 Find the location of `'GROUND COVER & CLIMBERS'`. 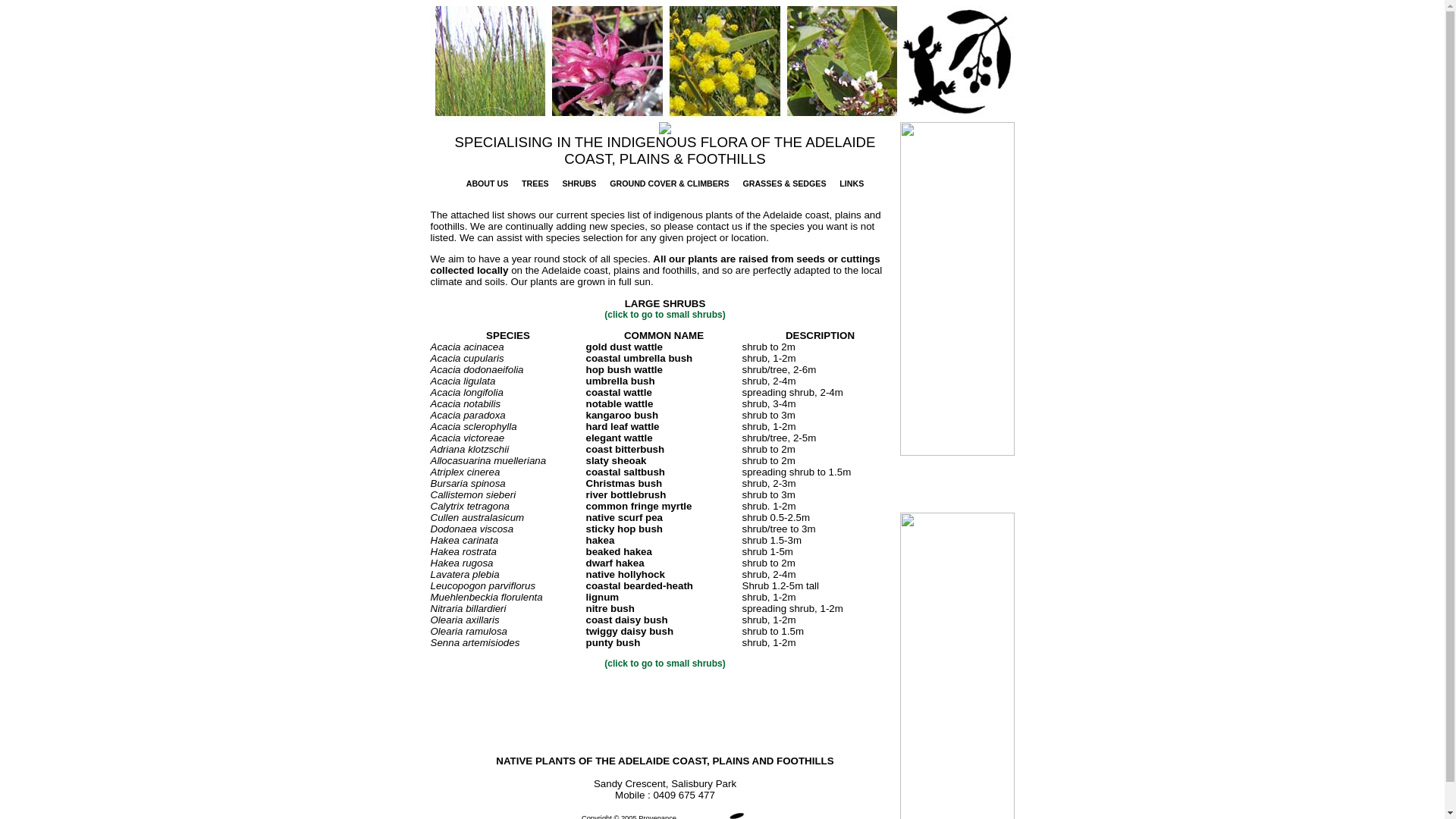

'GROUND COVER & CLIMBERS' is located at coordinates (668, 183).